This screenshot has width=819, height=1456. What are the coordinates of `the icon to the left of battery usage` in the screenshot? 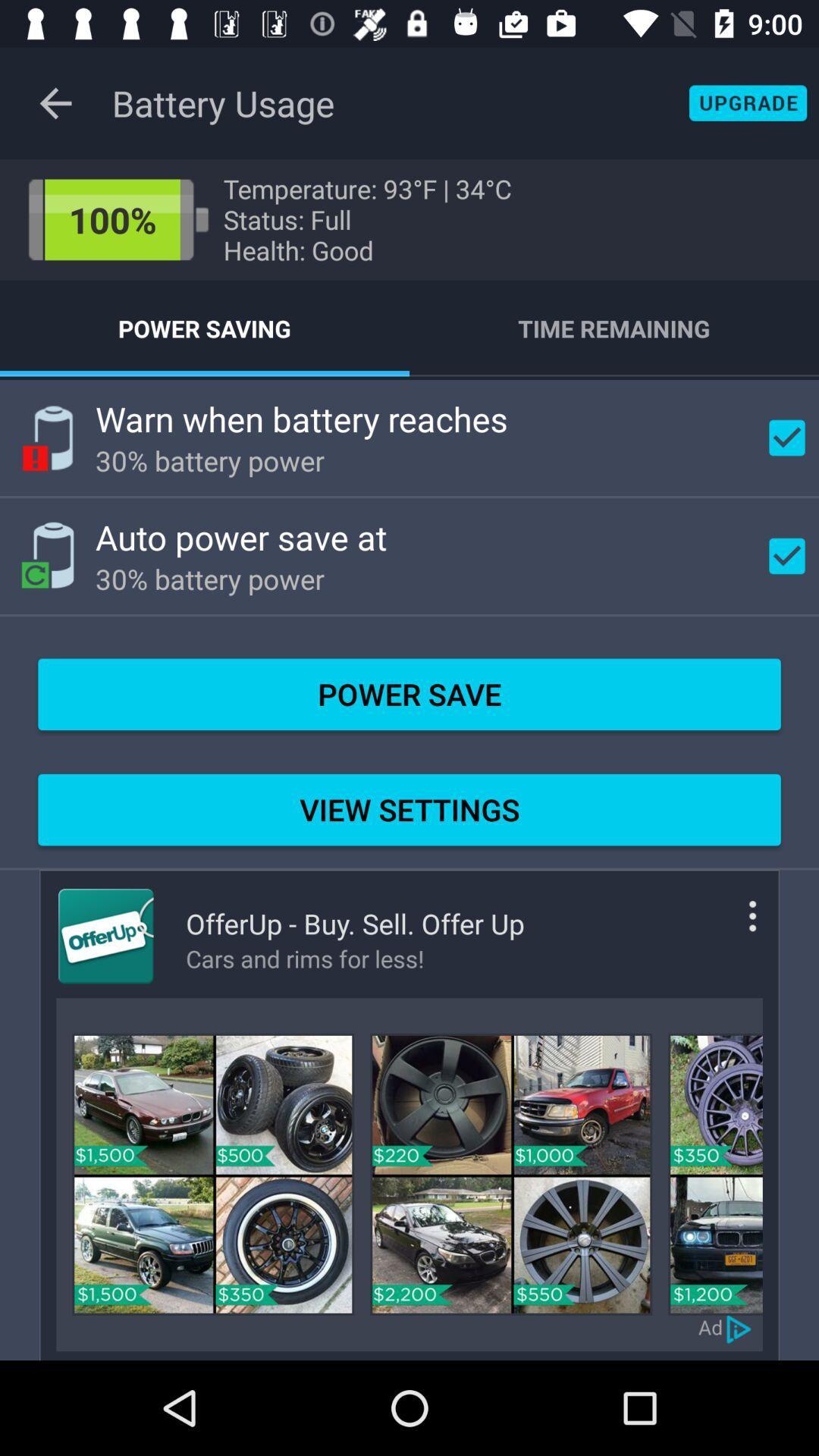 It's located at (55, 102).